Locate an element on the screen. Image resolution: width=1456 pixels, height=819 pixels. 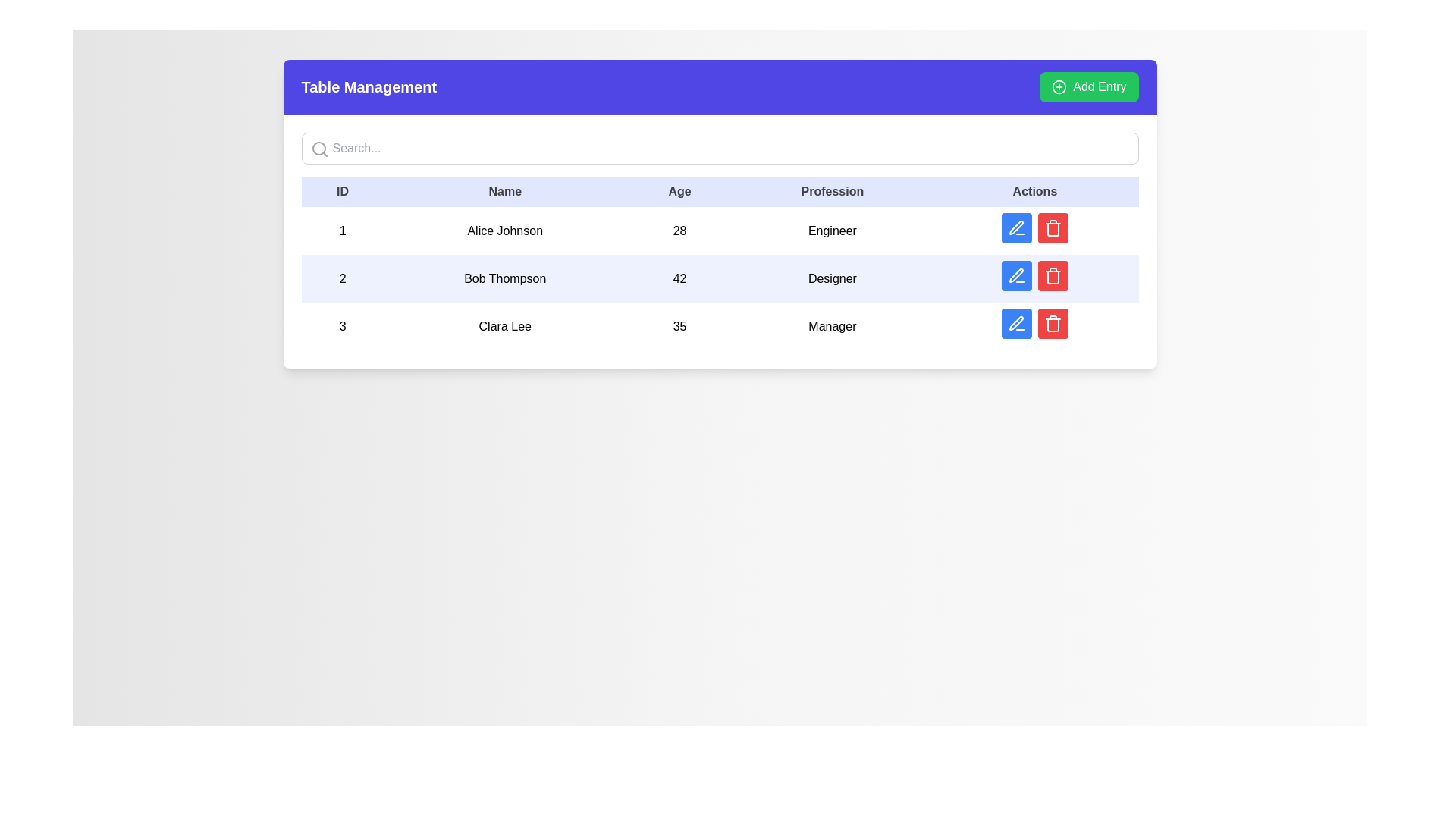
the edit icon button, which is a small white pen icon located within a blue rounded rectangle button in the Actions column of the last row of the data table is located at coordinates (1016, 322).